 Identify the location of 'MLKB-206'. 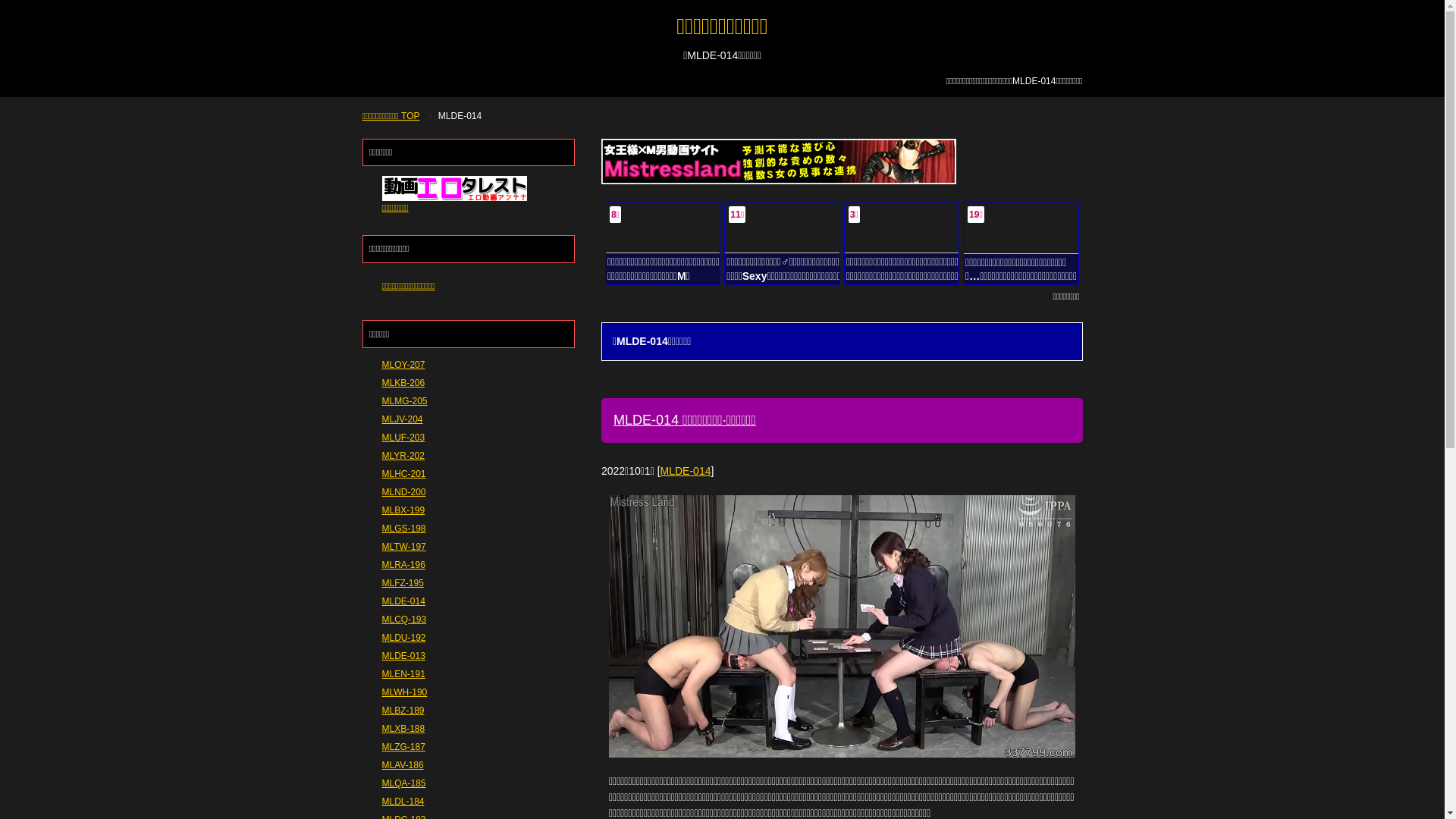
(403, 382).